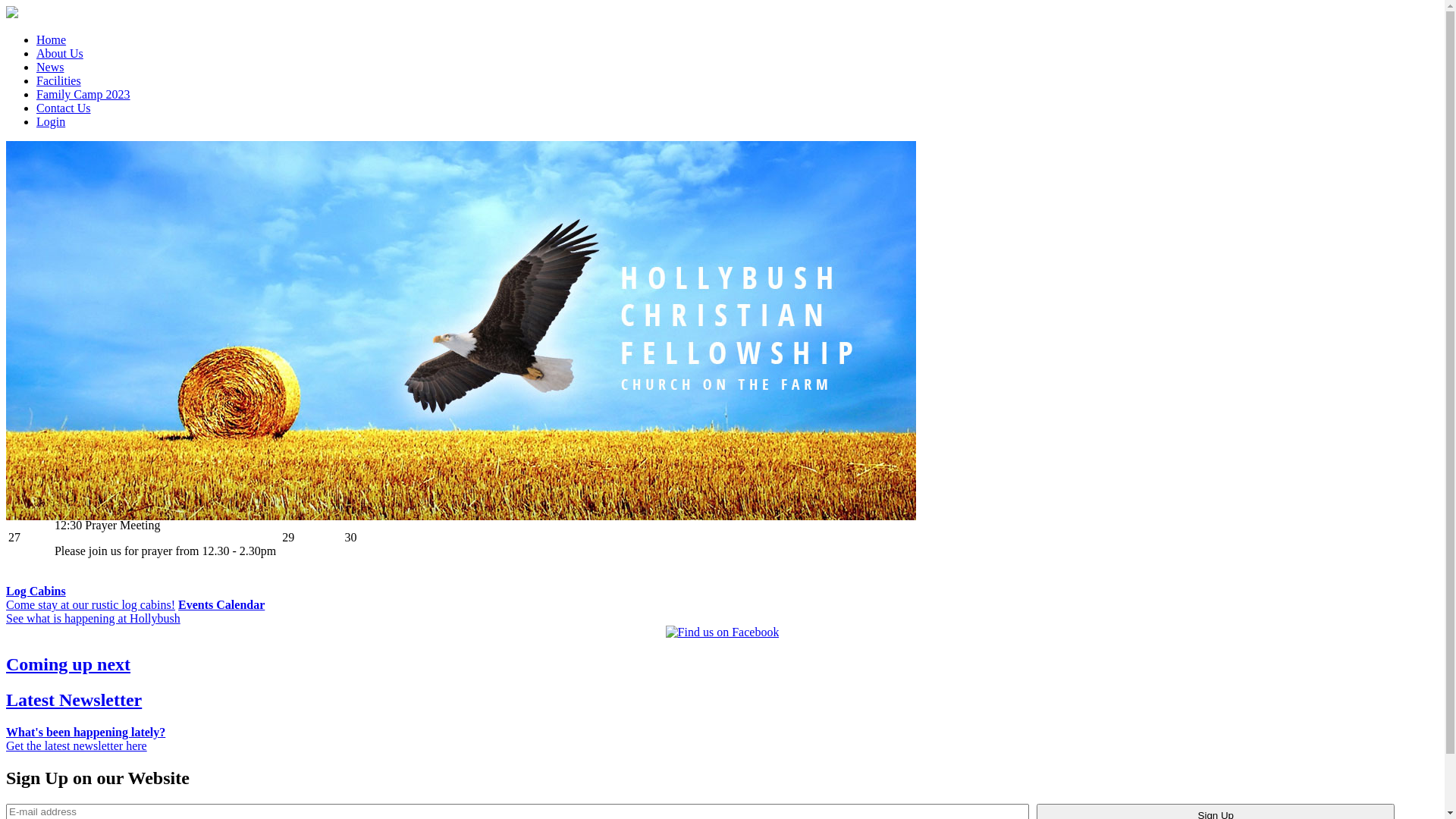 This screenshot has width=1456, height=819. Describe the element at coordinates (62, 107) in the screenshot. I see `'Contact Us'` at that location.